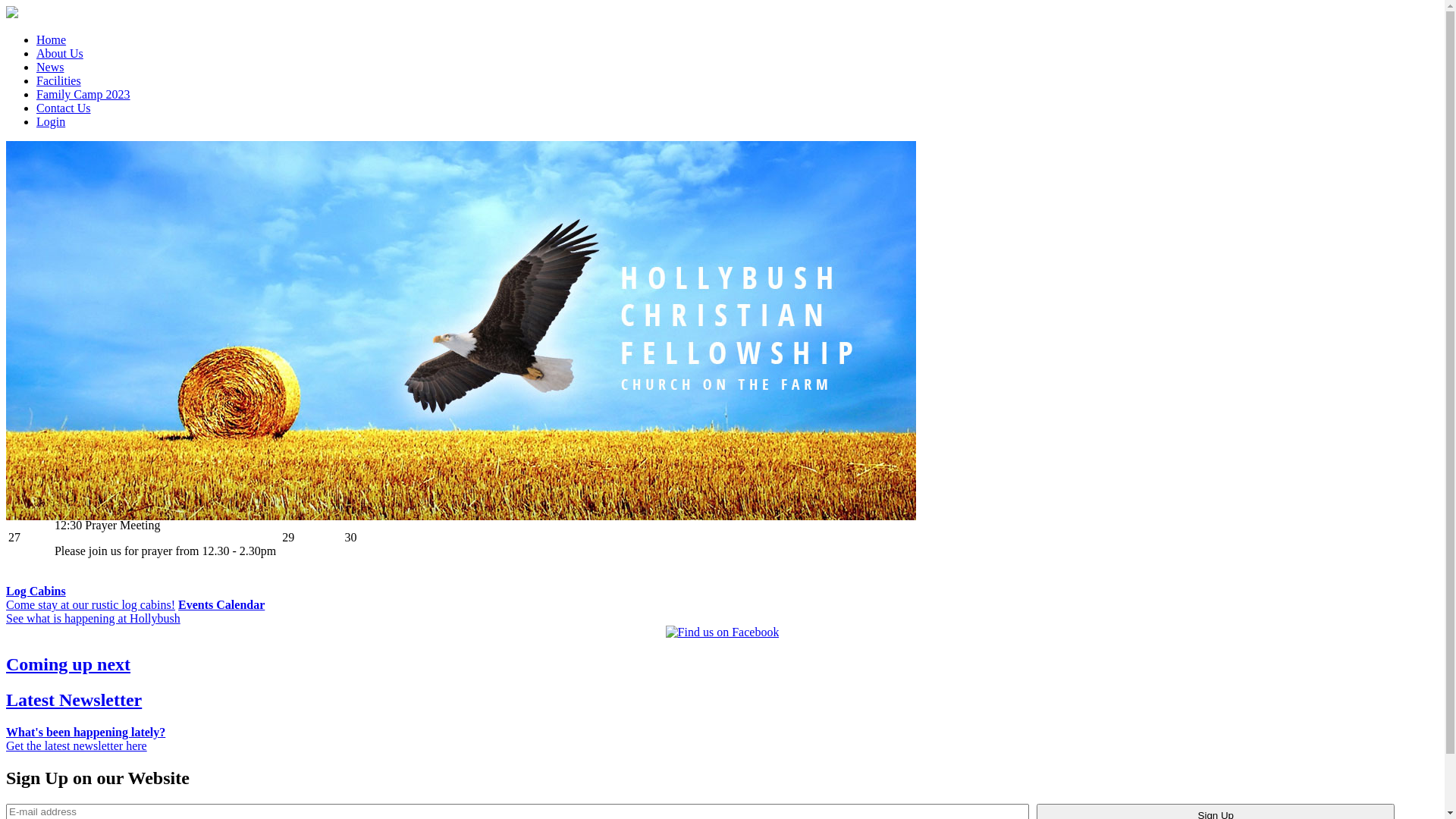 This screenshot has width=1456, height=819. Describe the element at coordinates (62, 107) in the screenshot. I see `'Contact Us'` at that location.